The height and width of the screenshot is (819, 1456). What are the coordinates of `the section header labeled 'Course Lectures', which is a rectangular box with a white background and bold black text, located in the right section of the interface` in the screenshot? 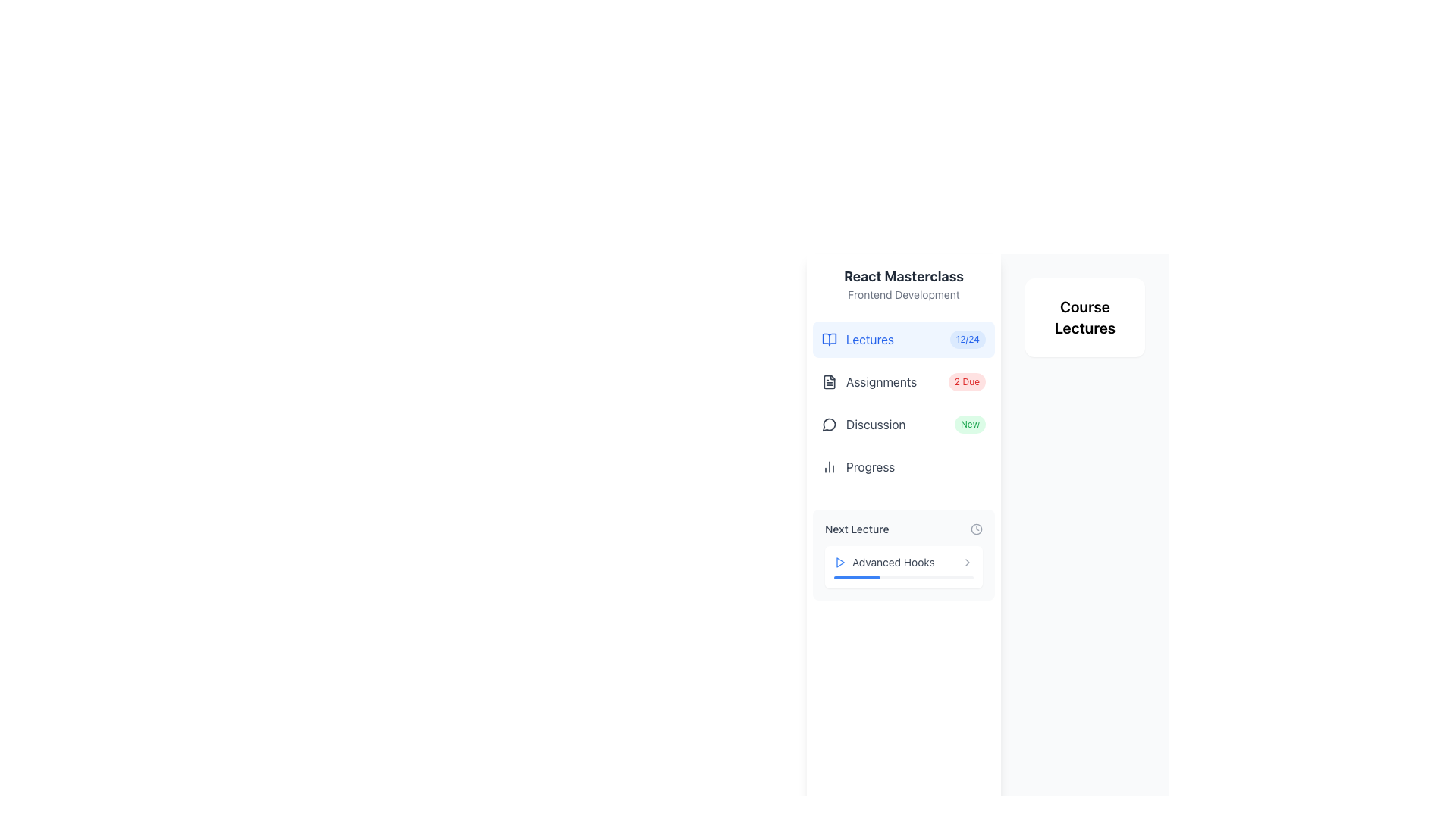 It's located at (1084, 317).